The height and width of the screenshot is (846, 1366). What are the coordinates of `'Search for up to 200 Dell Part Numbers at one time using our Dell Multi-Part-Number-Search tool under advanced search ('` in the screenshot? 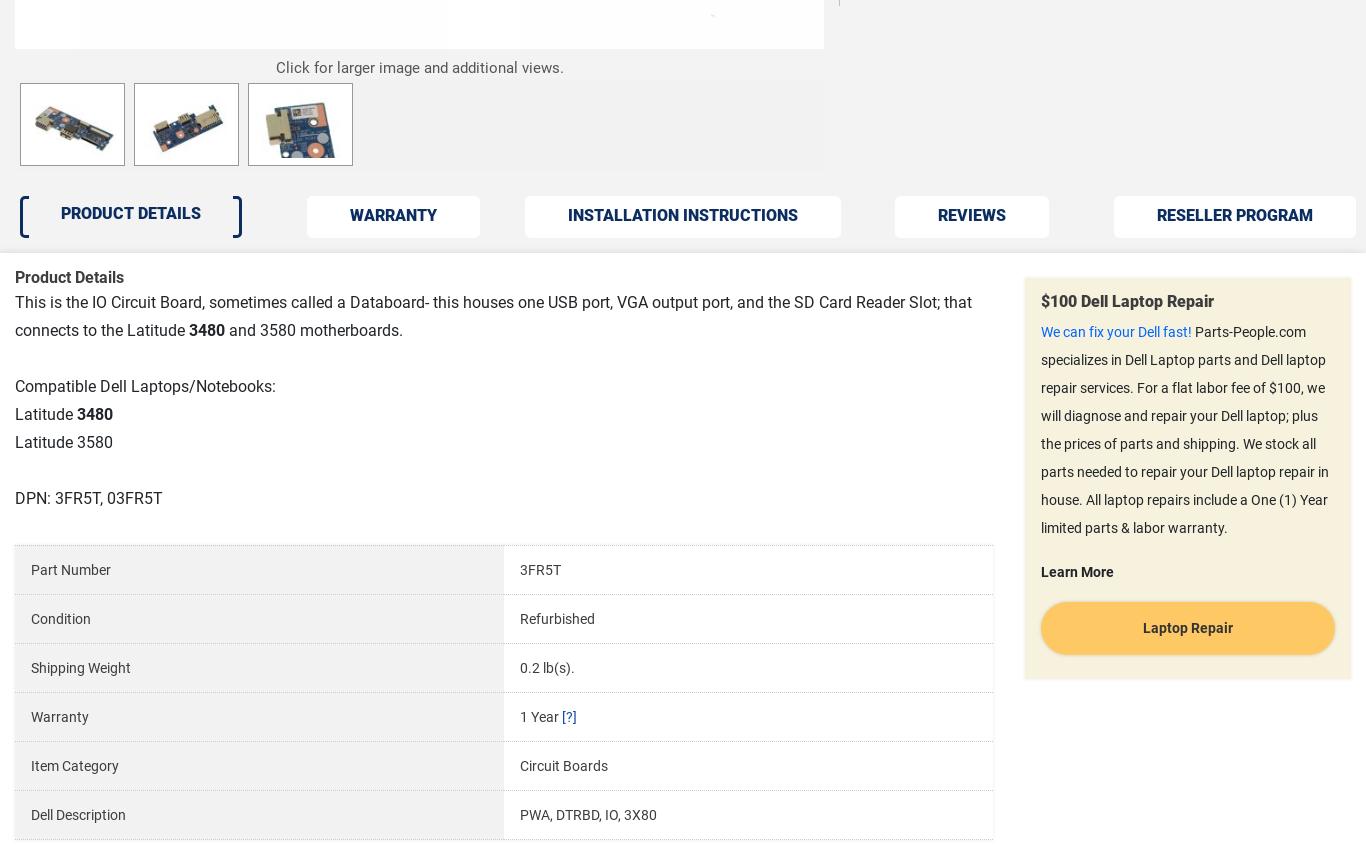 It's located at (62, 230).